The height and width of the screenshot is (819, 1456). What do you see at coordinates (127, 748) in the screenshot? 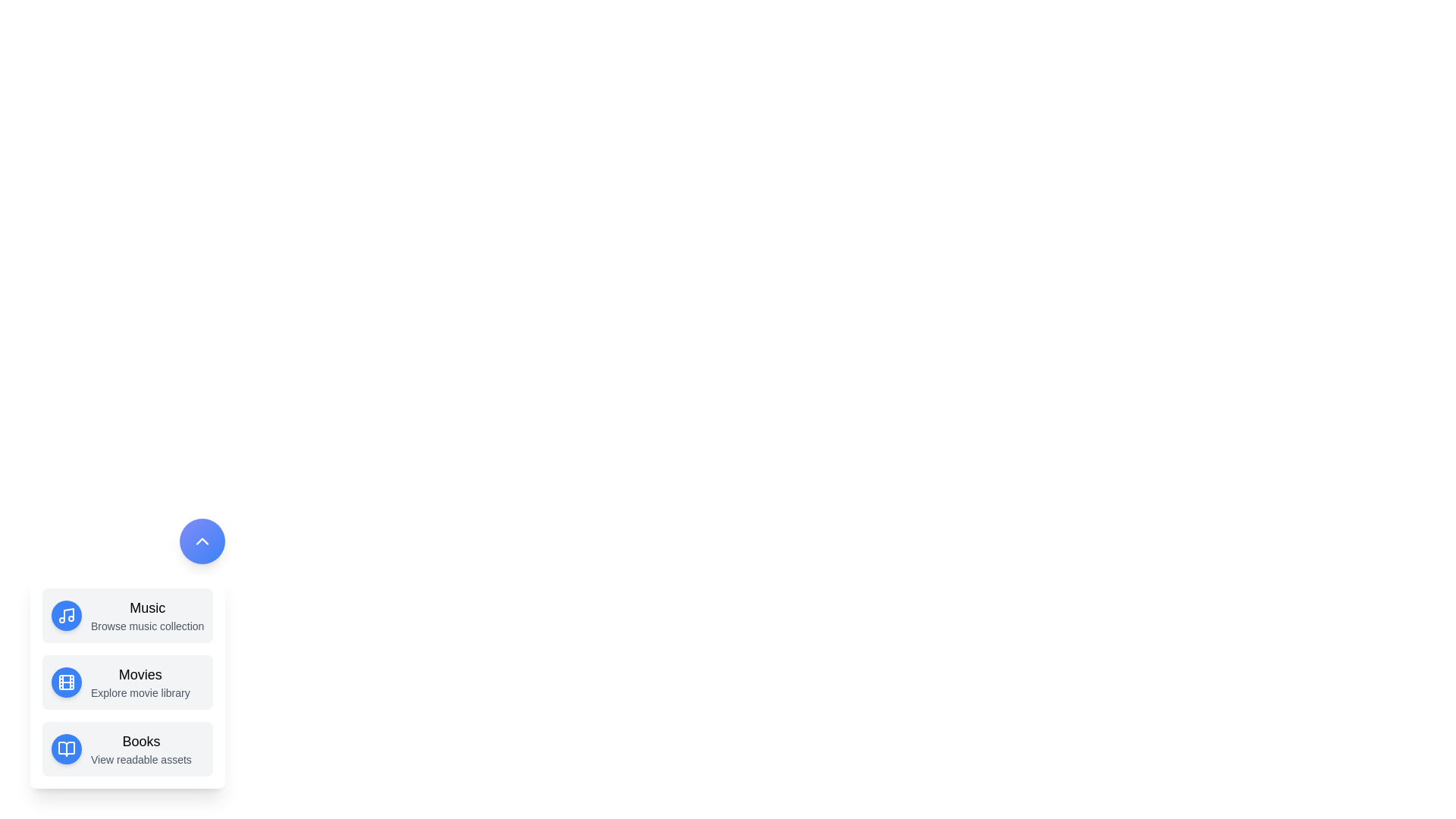
I see `the 'Books' option in the menu` at bounding box center [127, 748].